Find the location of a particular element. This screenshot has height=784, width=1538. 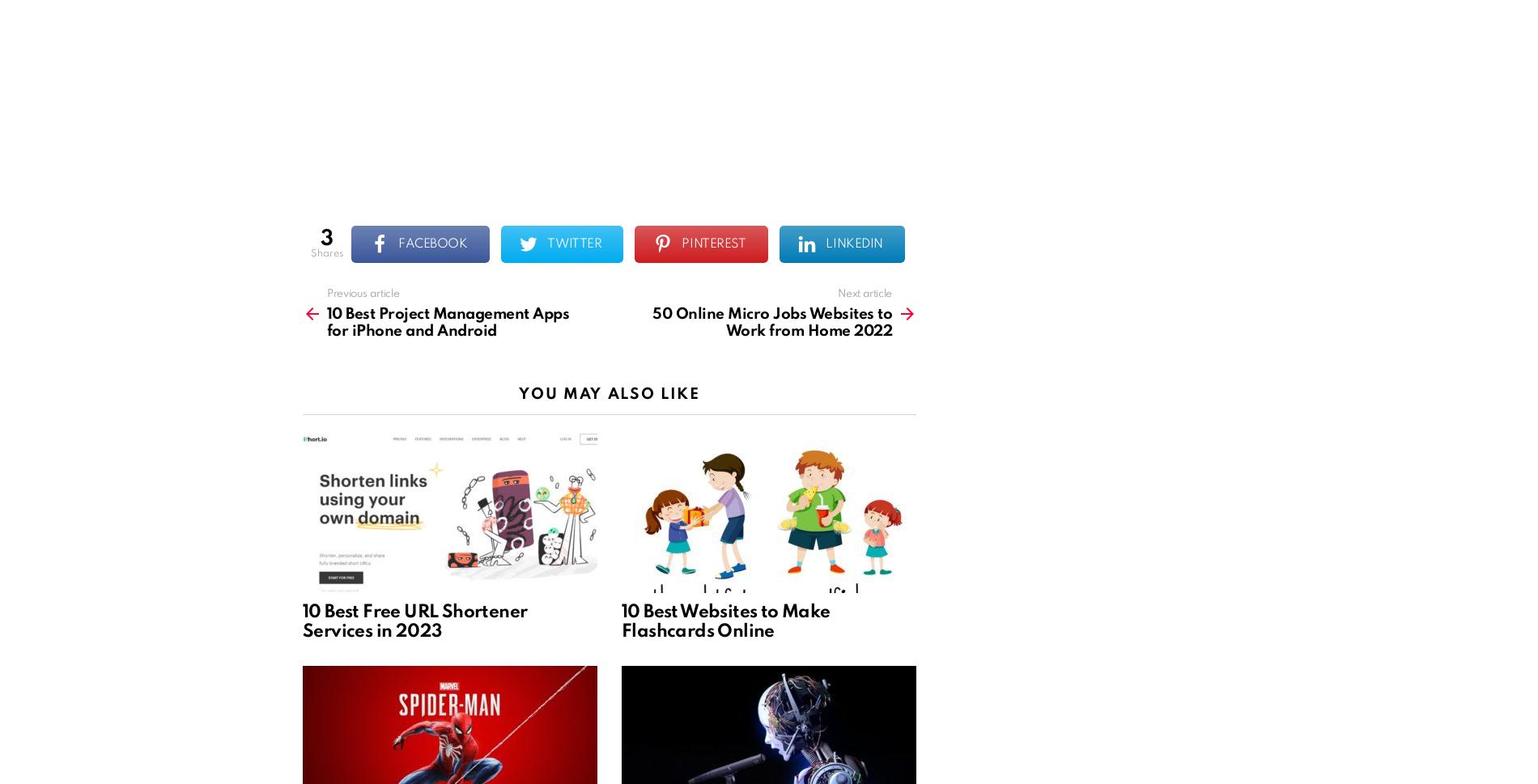

'10 Best Project Management Apps for iPhone and Android' is located at coordinates (448, 322).